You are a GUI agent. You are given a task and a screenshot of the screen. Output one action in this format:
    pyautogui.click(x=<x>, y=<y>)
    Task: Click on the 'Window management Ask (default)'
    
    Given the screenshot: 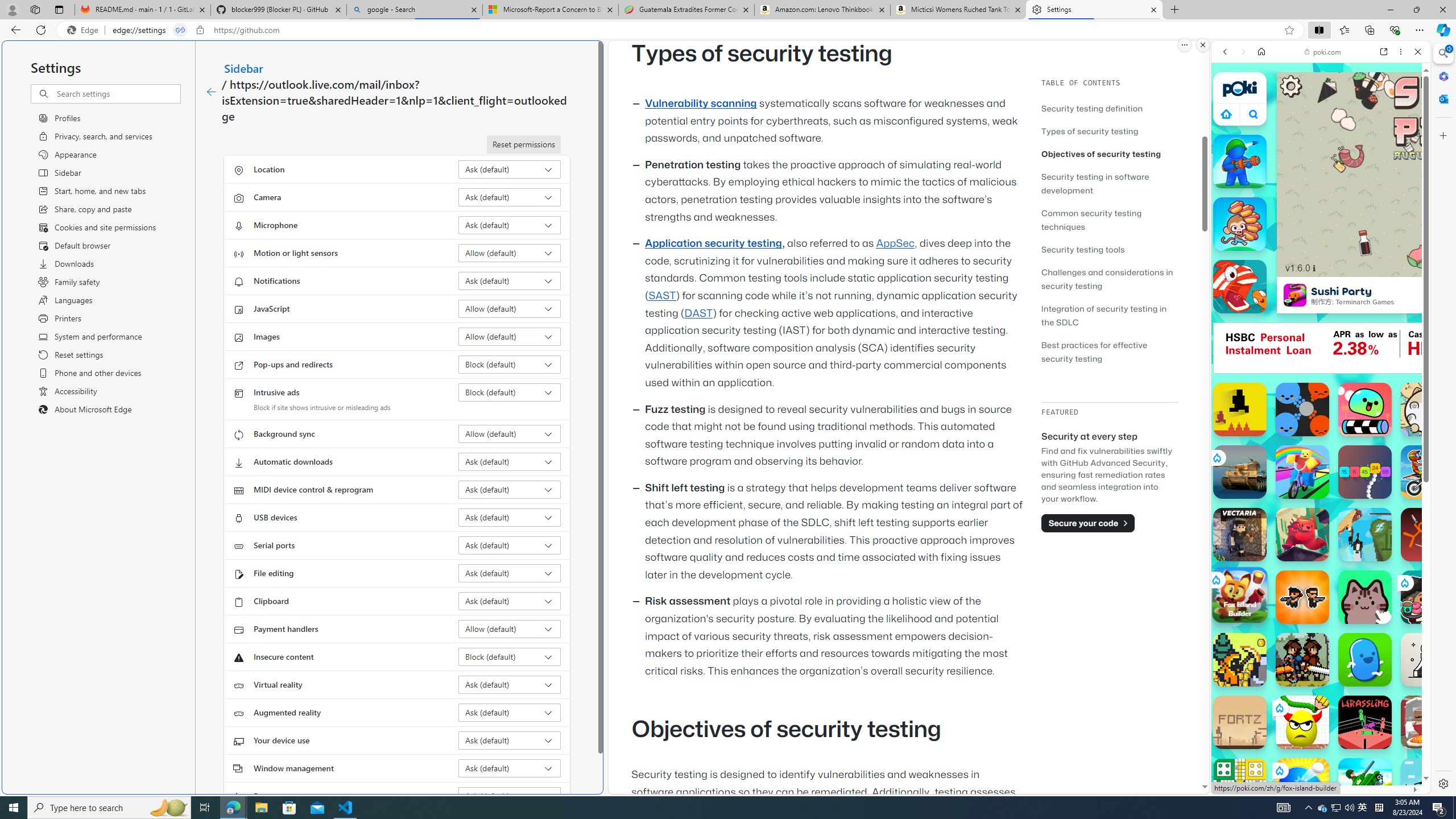 What is the action you would take?
    pyautogui.click(x=510, y=767)
    